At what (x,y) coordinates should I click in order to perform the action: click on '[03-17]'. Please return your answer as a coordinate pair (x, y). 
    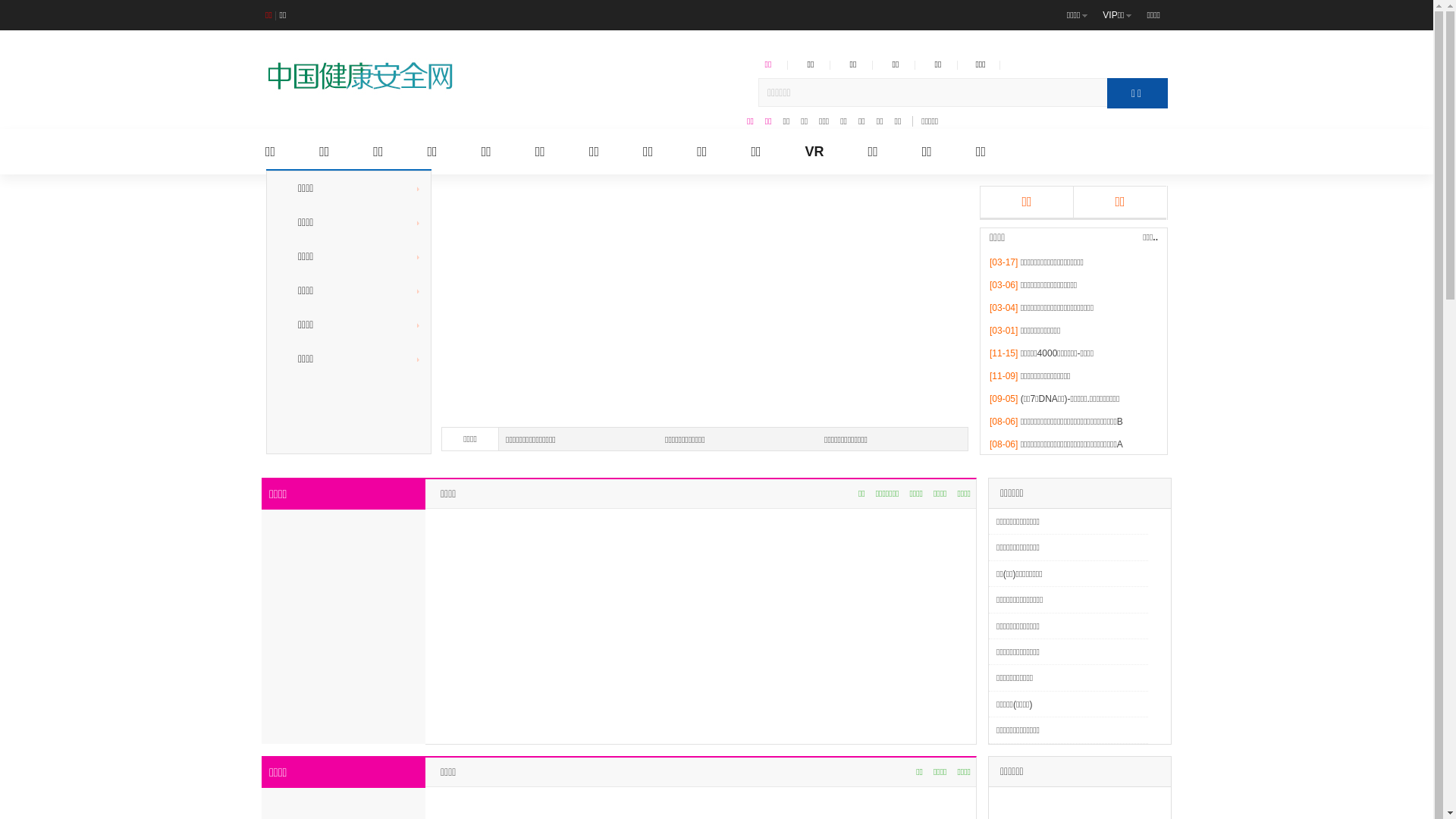
    Looking at the image, I should click on (1003, 262).